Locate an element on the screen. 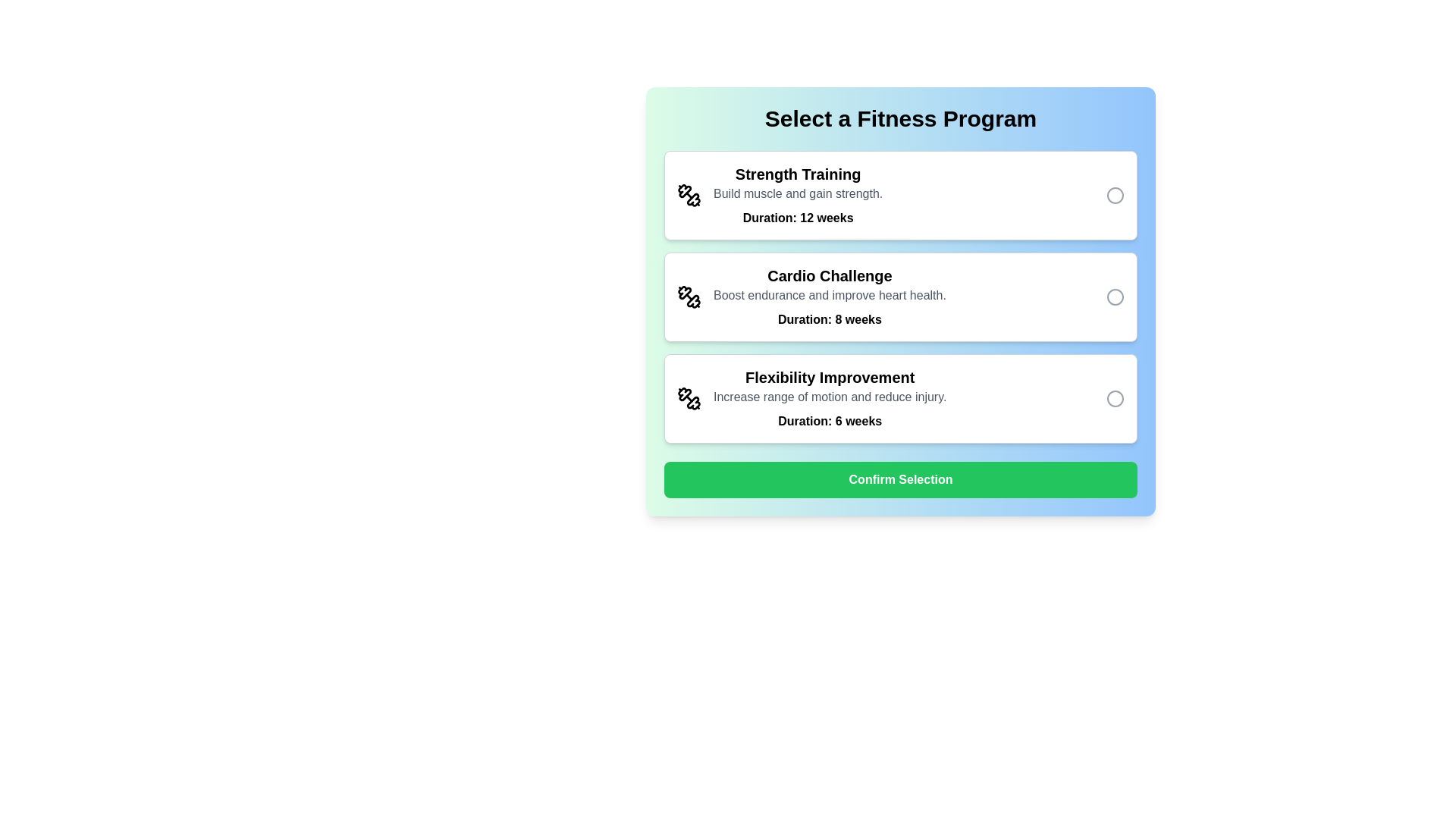 The height and width of the screenshot is (819, 1456). the 'Strength Training' program text block located within the selectable card that has a dumbbell icon to its left, which is the first item in the vertically stacked list is located at coordinates (797, 195).